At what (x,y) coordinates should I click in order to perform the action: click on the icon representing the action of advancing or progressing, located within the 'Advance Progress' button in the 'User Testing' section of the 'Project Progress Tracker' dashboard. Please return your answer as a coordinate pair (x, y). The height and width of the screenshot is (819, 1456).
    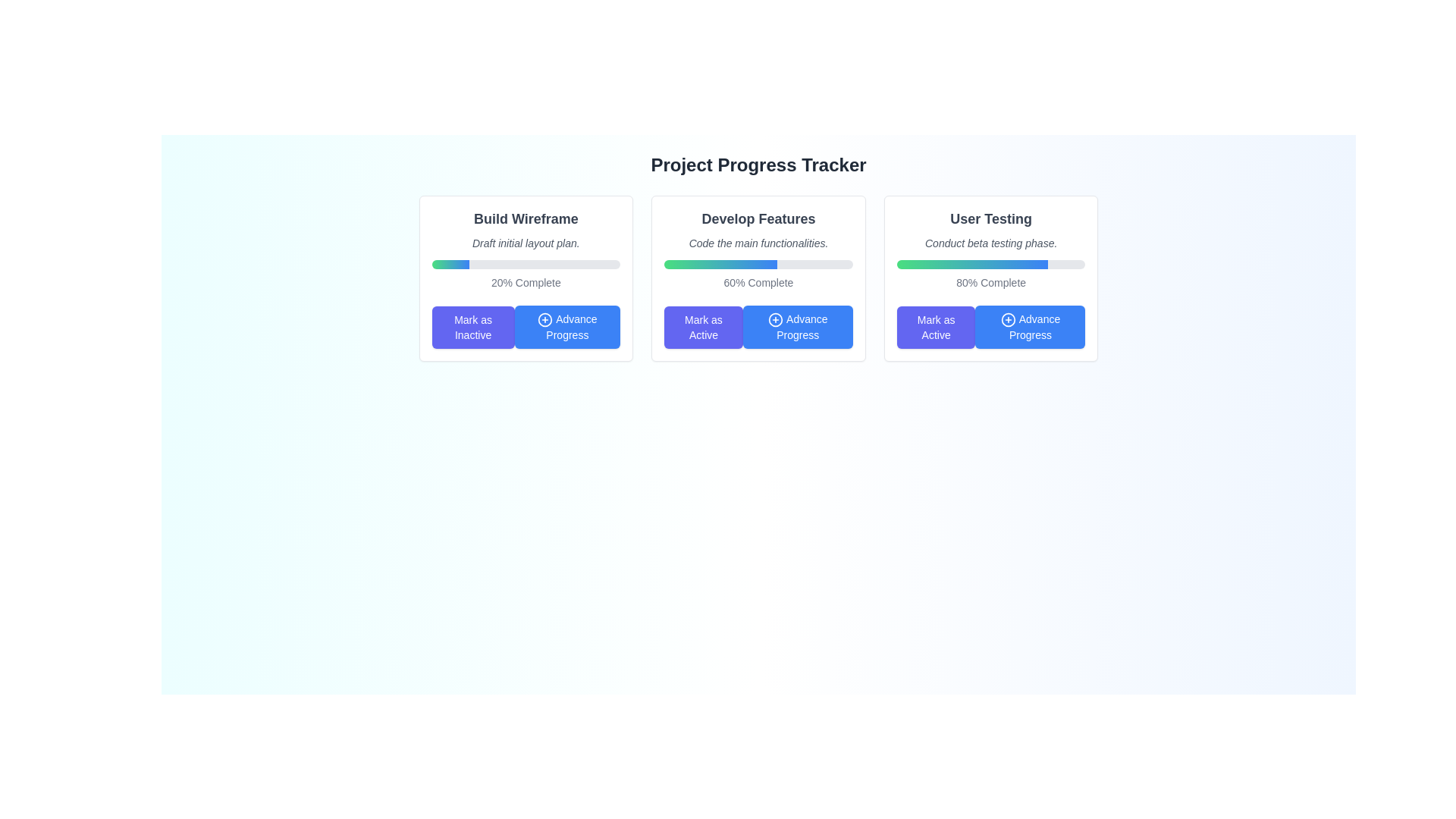
    Looking at the image, I should click on (1008, 319).